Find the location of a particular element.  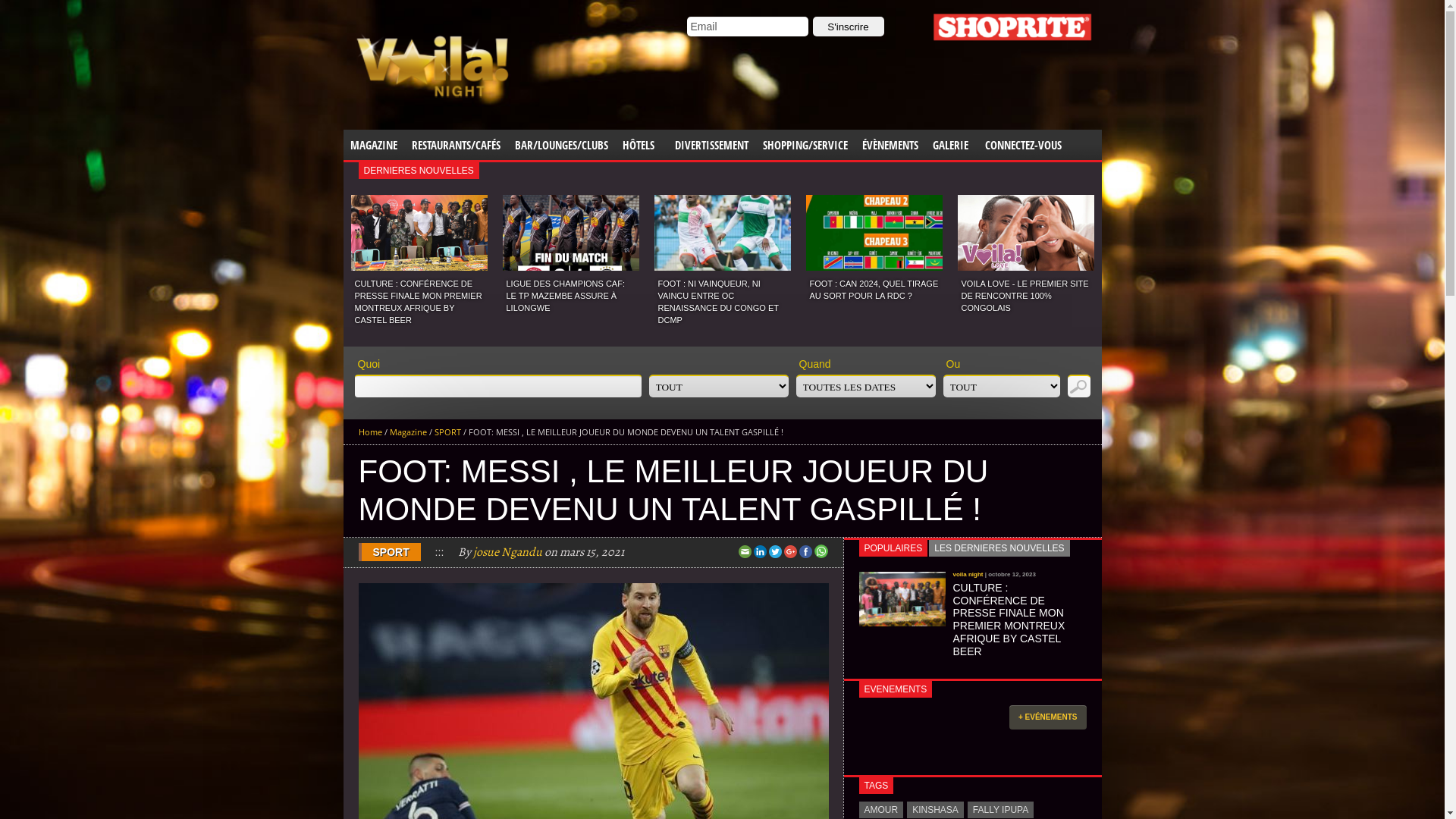

'Magazine' is located at coordinates (408, 431).